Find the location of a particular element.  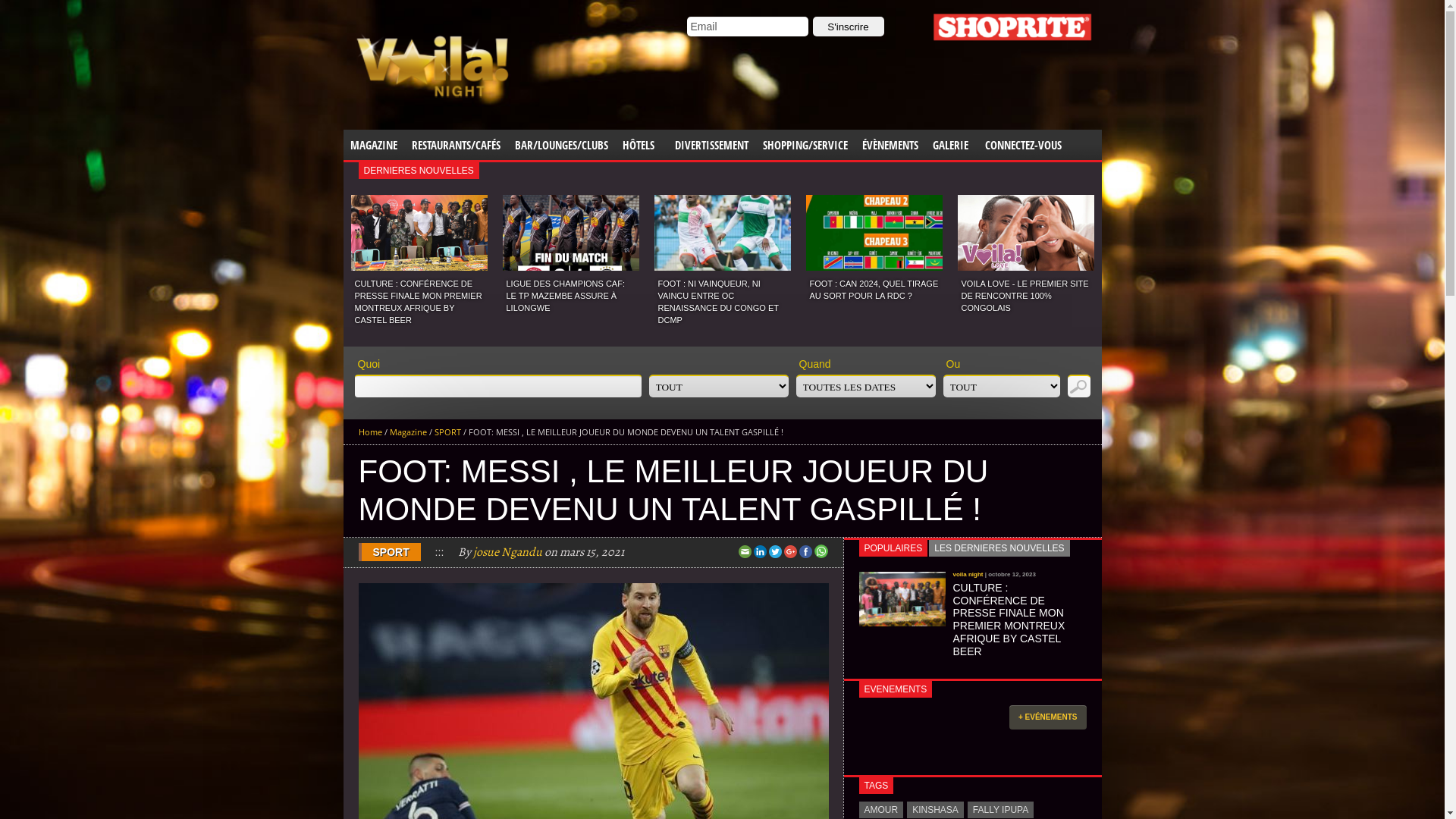

'Magazine' is located at coordinates (408, 431).